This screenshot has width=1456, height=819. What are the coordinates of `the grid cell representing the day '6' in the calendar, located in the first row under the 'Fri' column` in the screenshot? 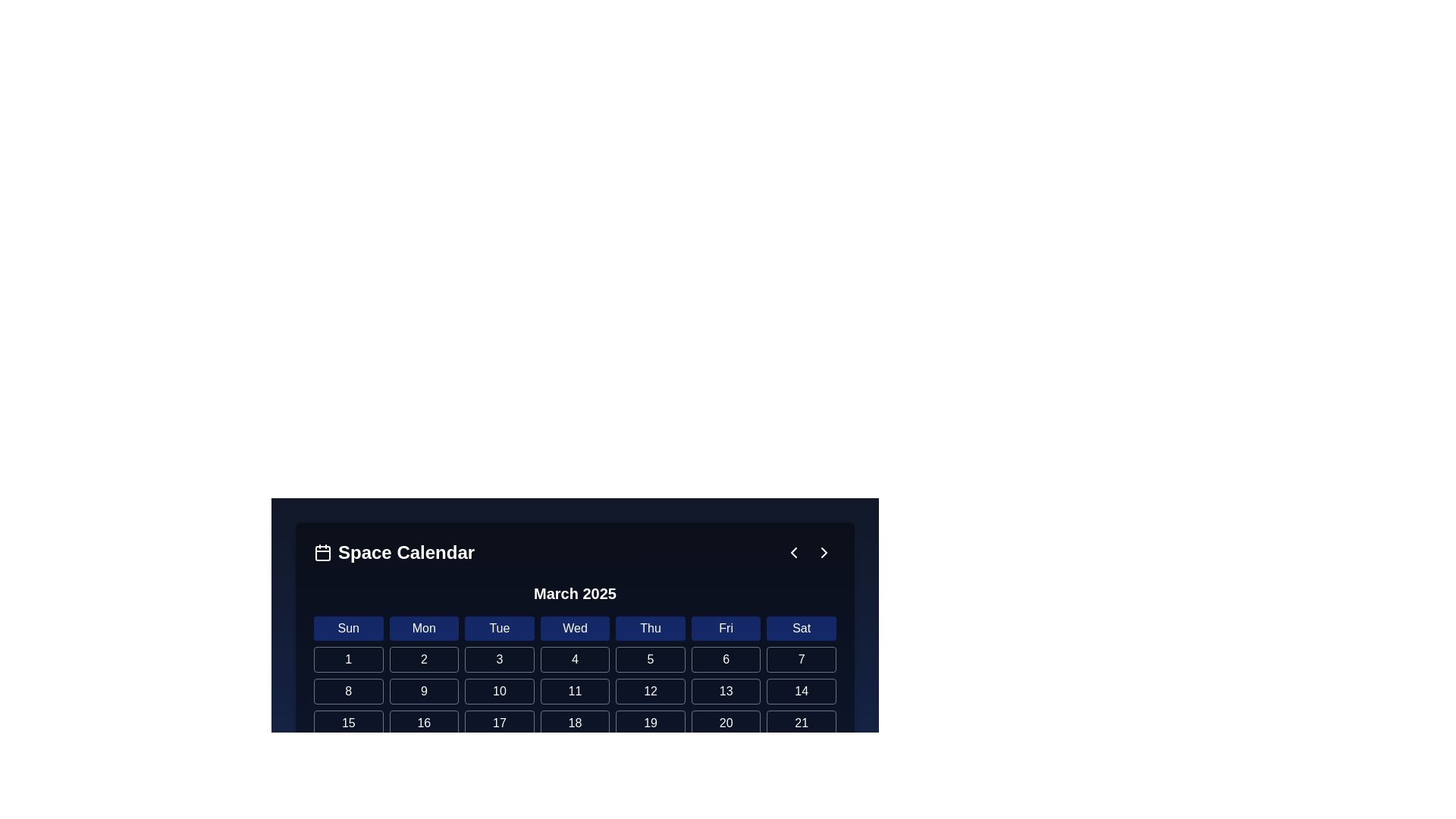 It's located at (725, 659).